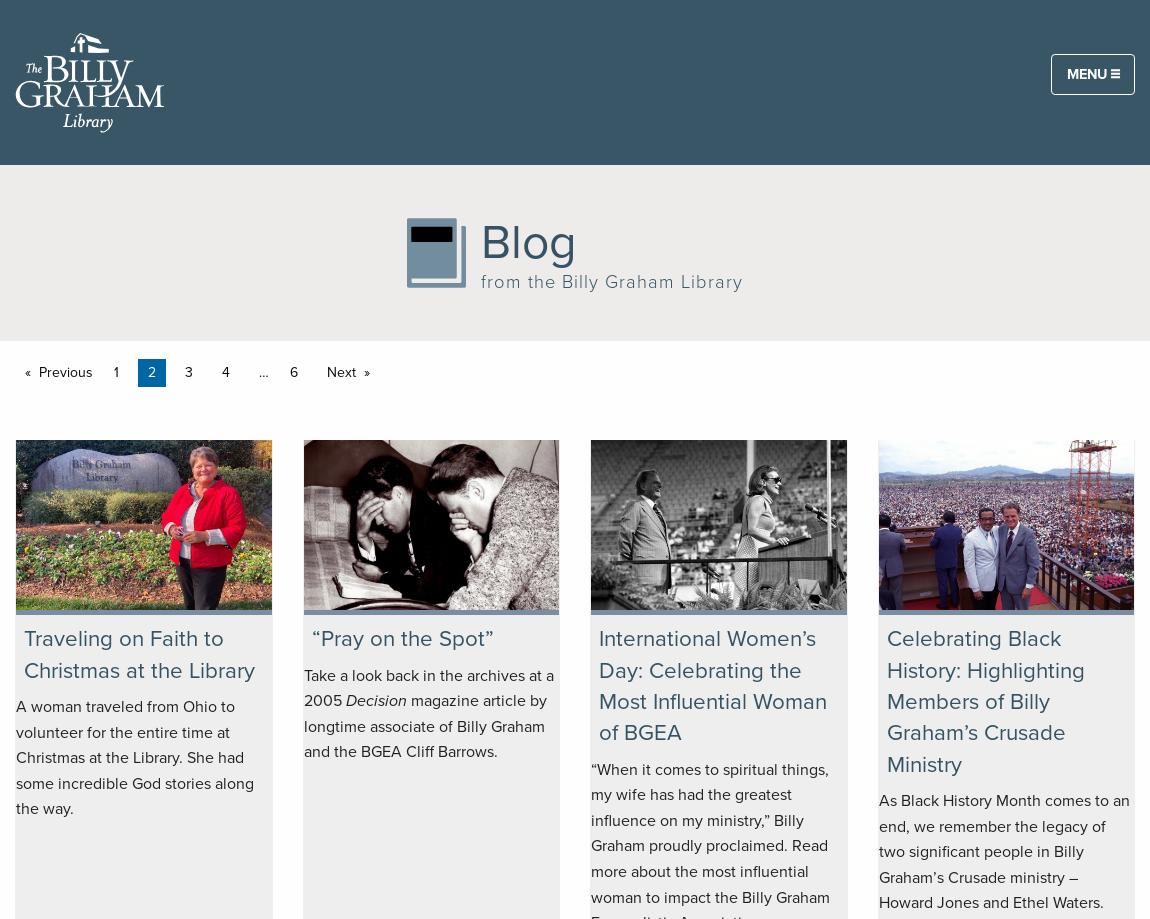 This screenshot has height=919, width=1150. Describe the element at coordinates (220, 371) in the screenshot. I see `'4'` at that location.